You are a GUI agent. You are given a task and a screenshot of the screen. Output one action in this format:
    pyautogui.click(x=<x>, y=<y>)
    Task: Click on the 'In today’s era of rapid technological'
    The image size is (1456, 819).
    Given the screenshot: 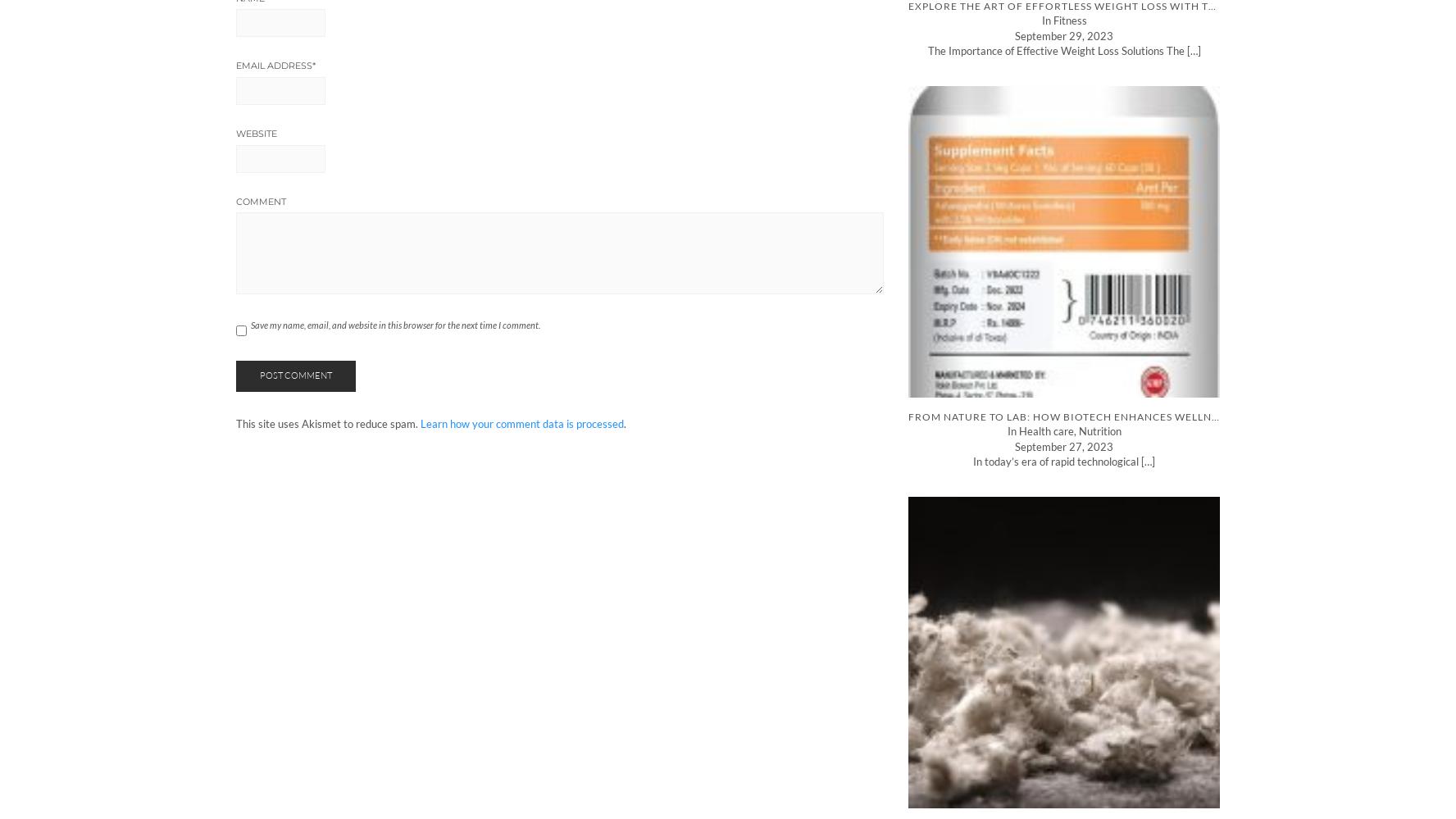 What is the action you would take?
    pyautogui.click(x=1057, y=462)
    